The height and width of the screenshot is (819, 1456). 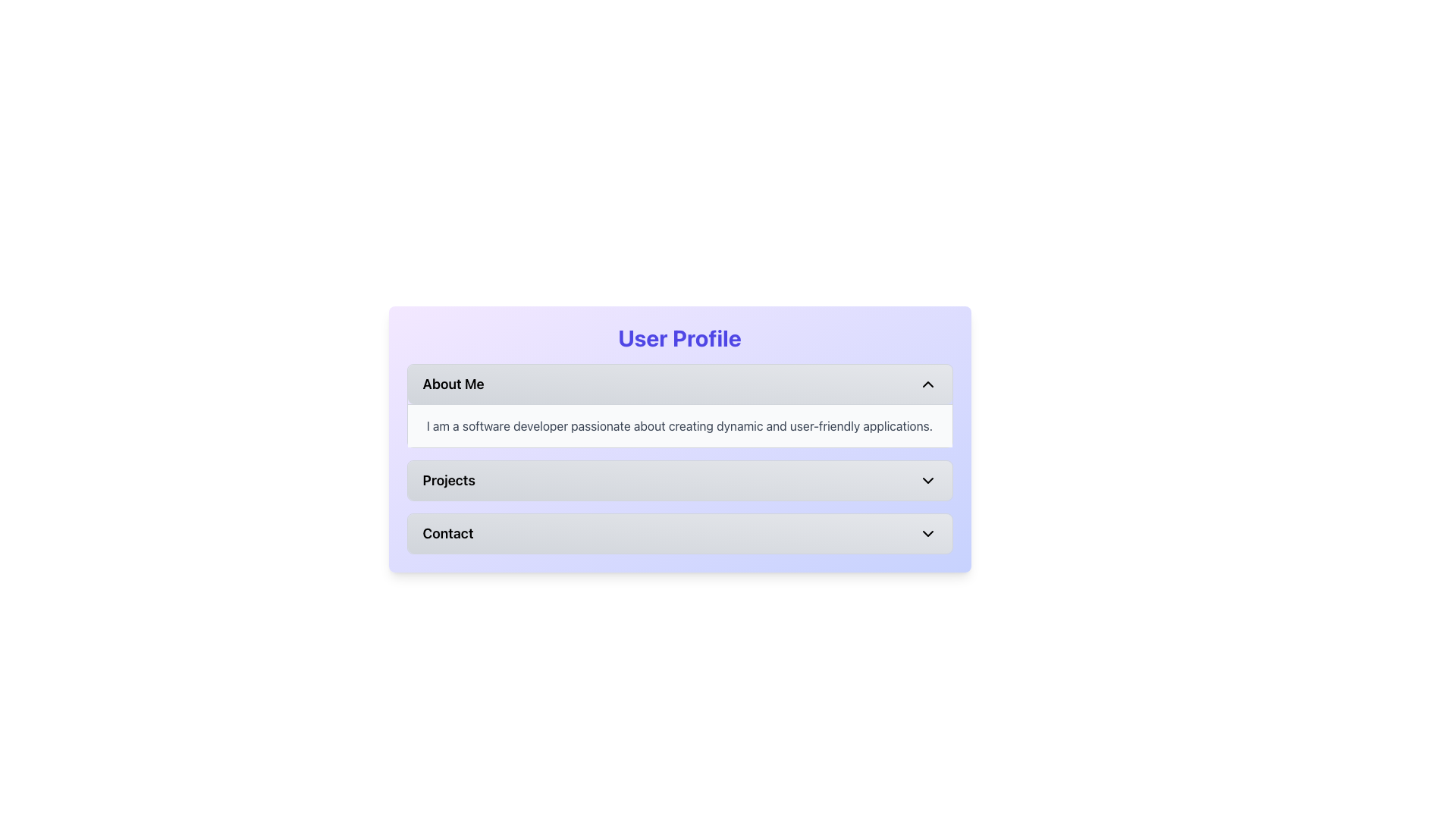 What do you see at coordinates (453, 383) in the screenshot?
I see `the 'About Me' text label located inside the topmost button of the vertical list in the 'User Profile' section` at bounding box center [453, 383].